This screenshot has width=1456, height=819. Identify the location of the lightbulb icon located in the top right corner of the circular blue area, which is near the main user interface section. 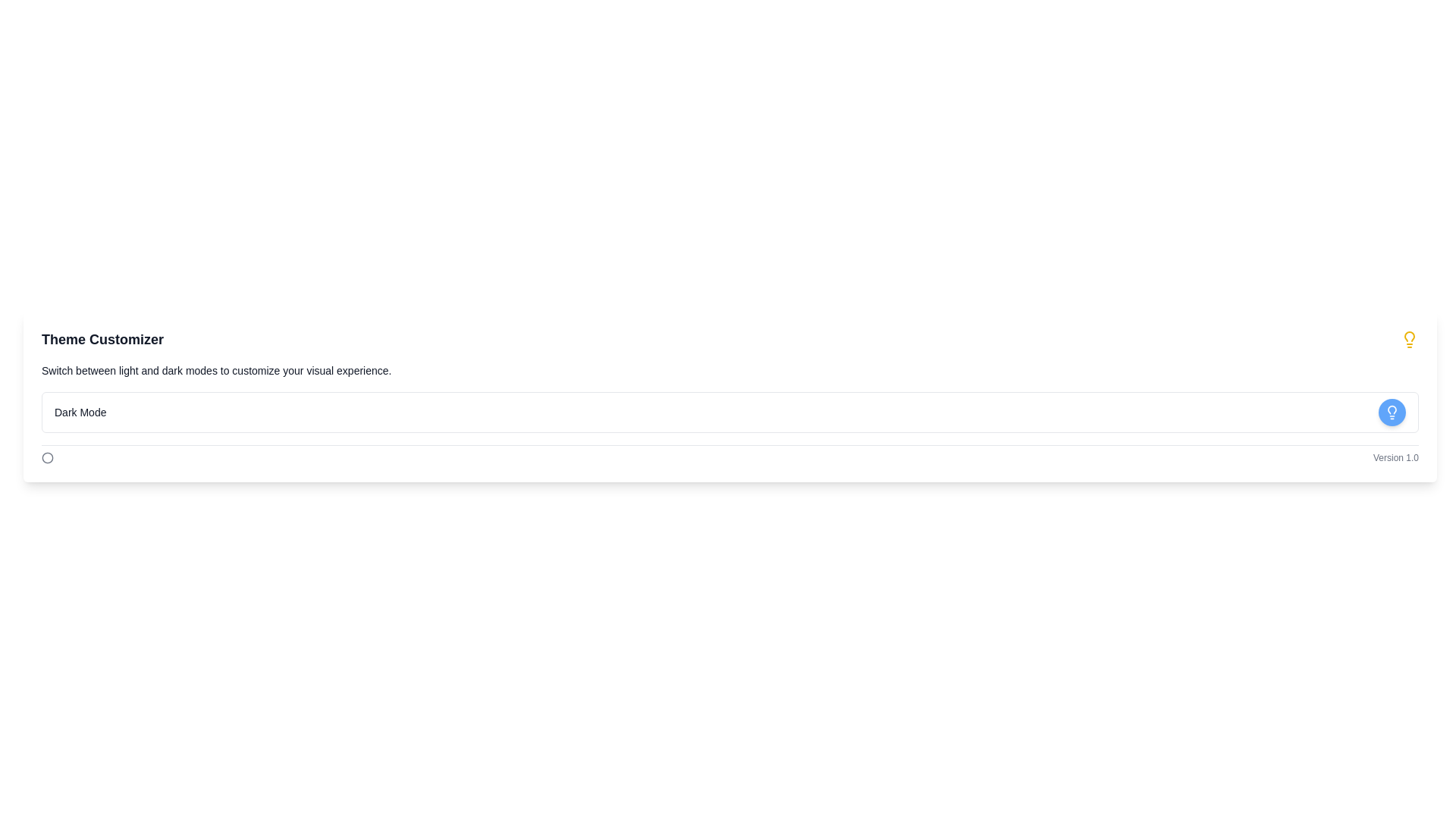
(1392, 412).